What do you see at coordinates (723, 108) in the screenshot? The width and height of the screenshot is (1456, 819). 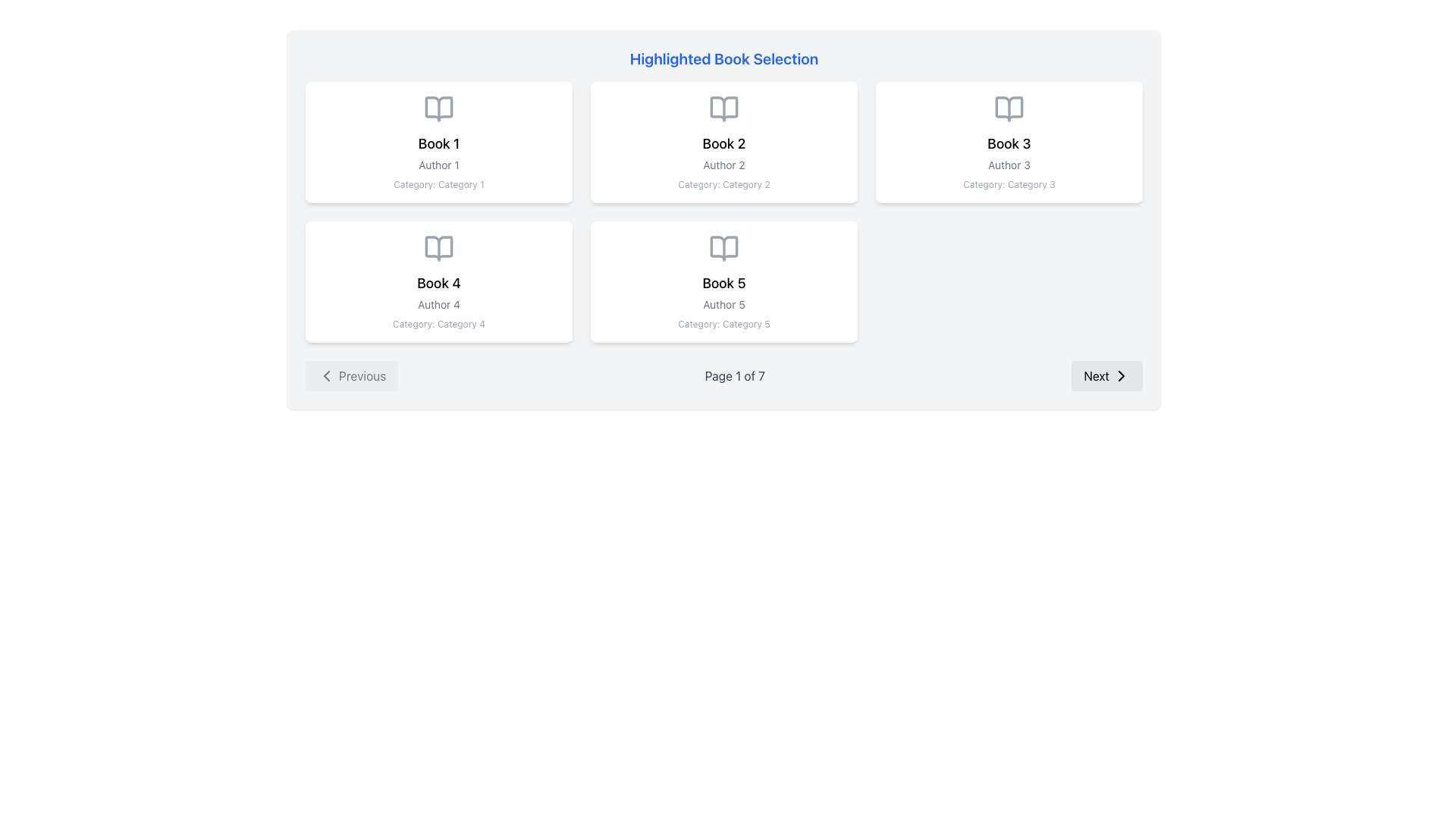 I see `the open book icon located at the top center of the 'Book 2' card, which features symmetrical pages and a monochrome grey color` at bounding box center [723, 108].